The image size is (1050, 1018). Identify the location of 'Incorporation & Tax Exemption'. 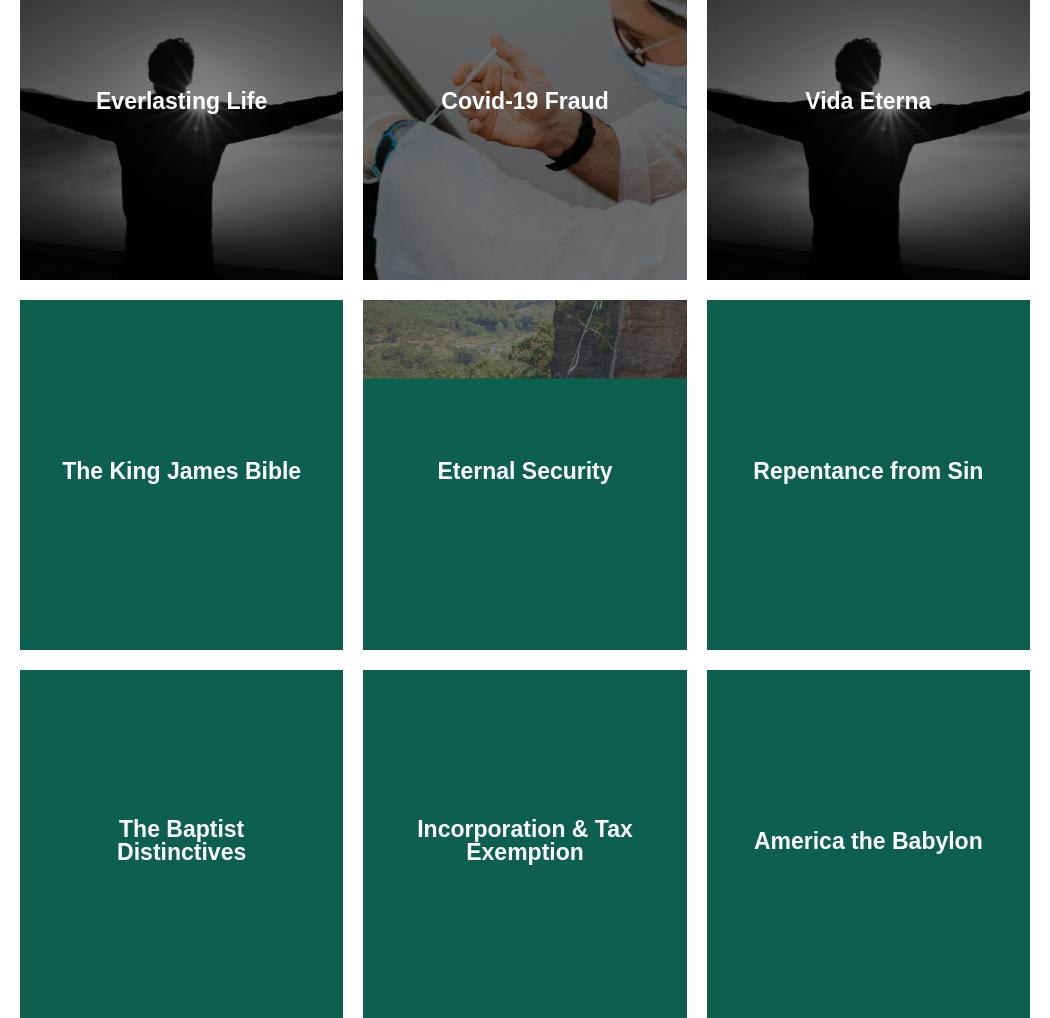
(523, 839).